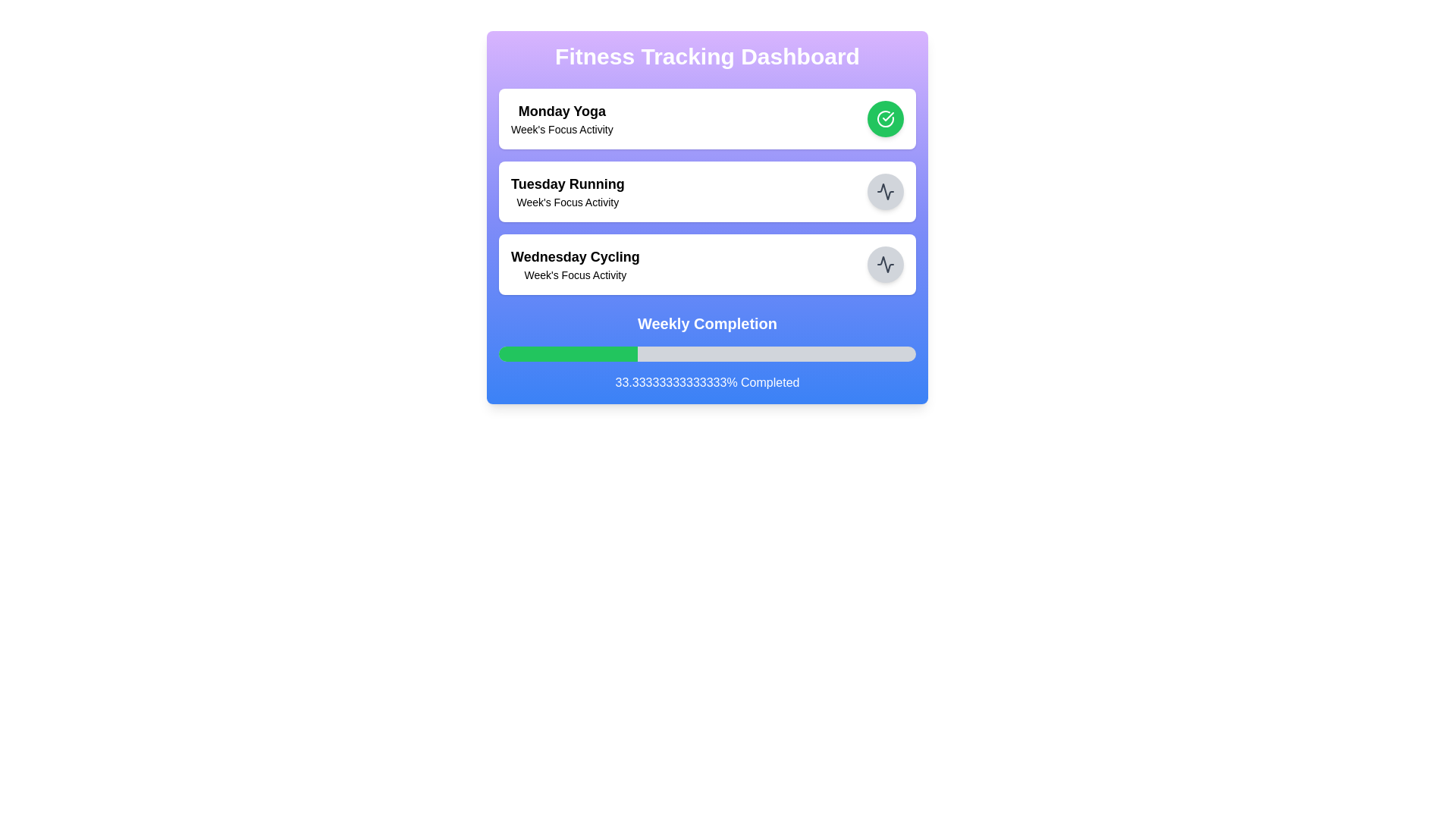 This screenshot has height=819, width=1456. I want to click on the monochrome heart rate icon located in the second activity row titled 'Tuesday Running' on the dashboard, so click(885, 263).